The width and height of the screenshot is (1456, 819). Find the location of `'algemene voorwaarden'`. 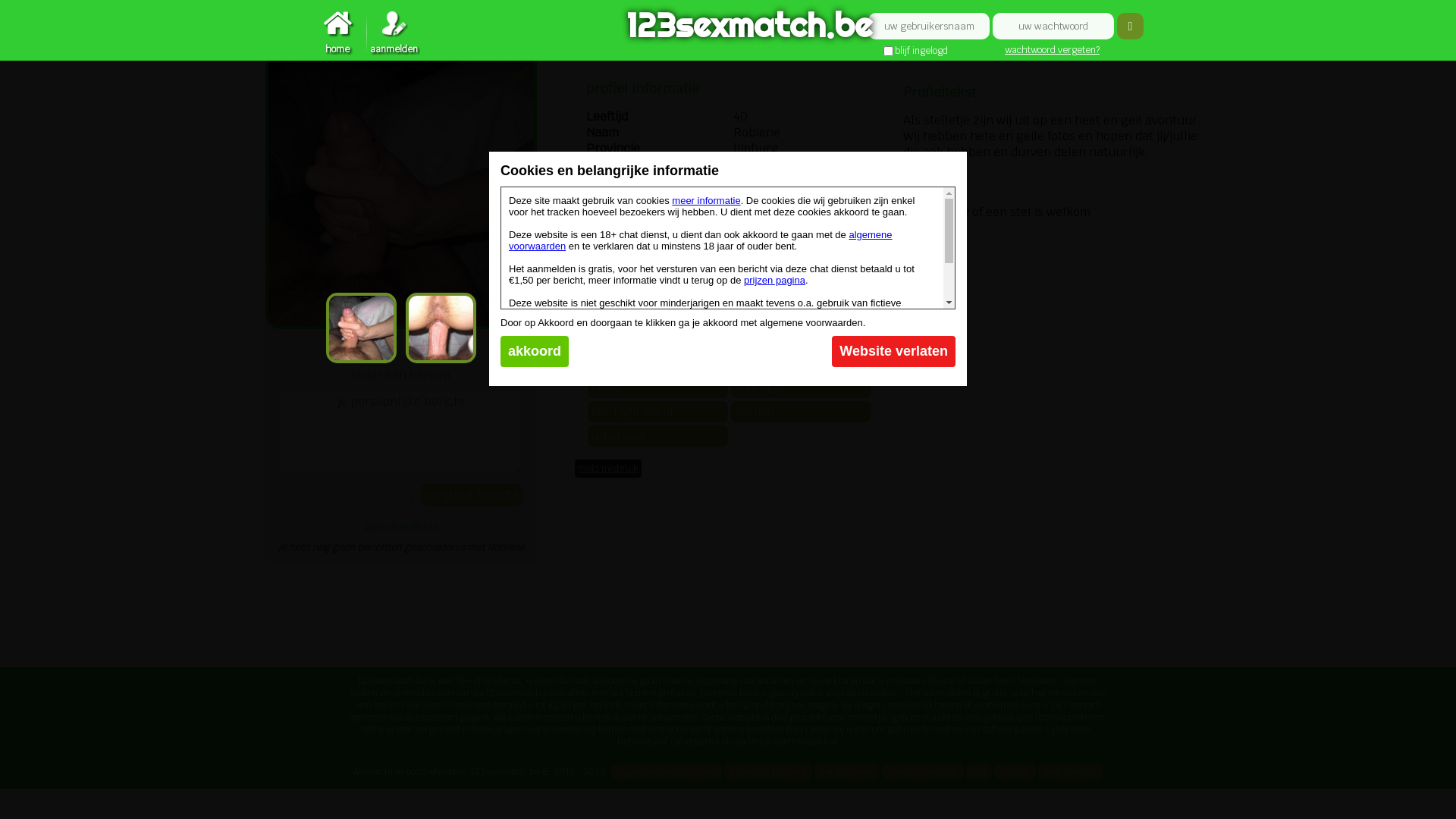

'algemene voorwaarden' is located at coordinates (700, 239).